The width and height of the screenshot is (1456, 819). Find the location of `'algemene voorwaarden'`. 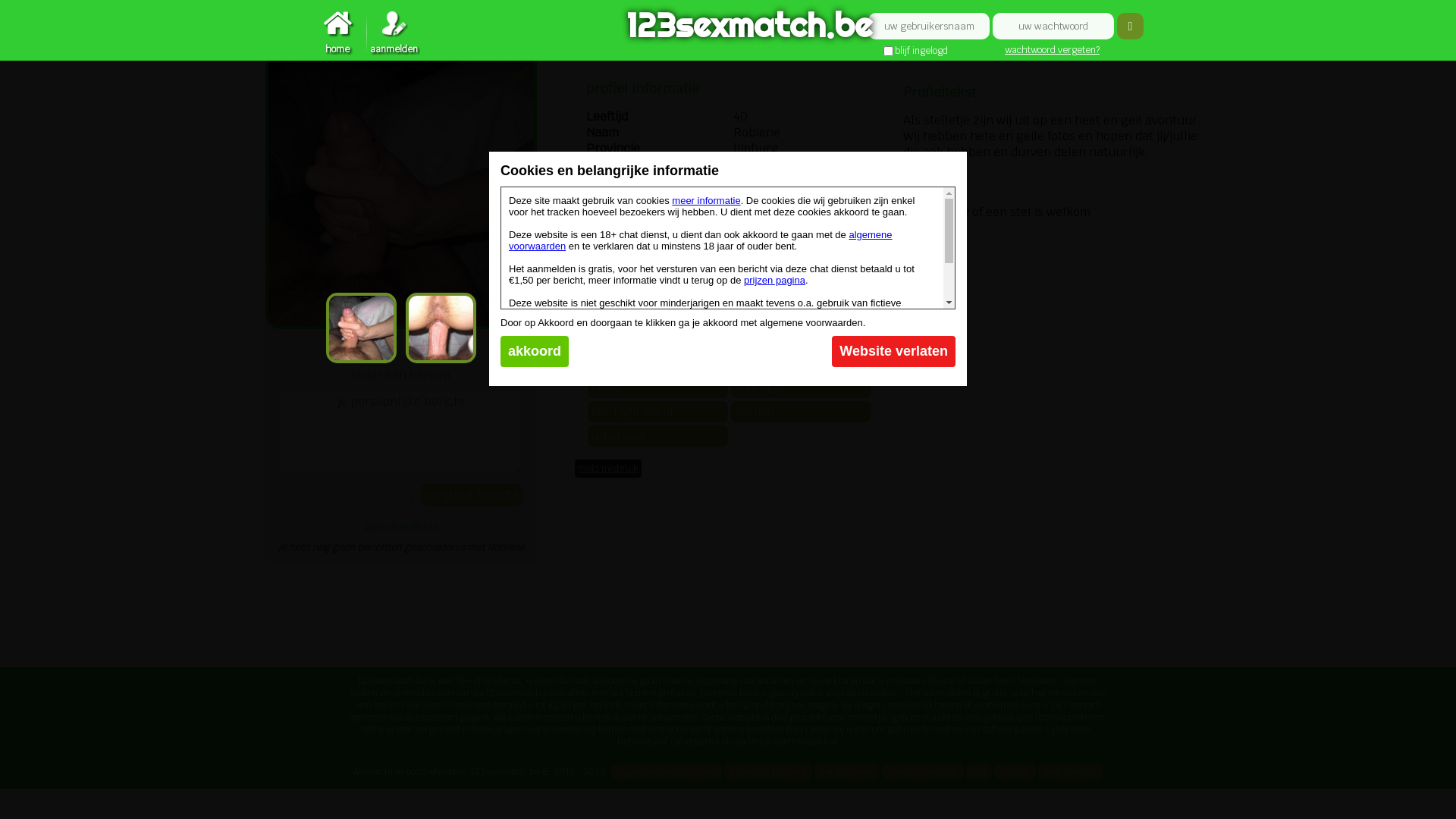

'algemene voorwaarden' is located at coordinates (700, 239).